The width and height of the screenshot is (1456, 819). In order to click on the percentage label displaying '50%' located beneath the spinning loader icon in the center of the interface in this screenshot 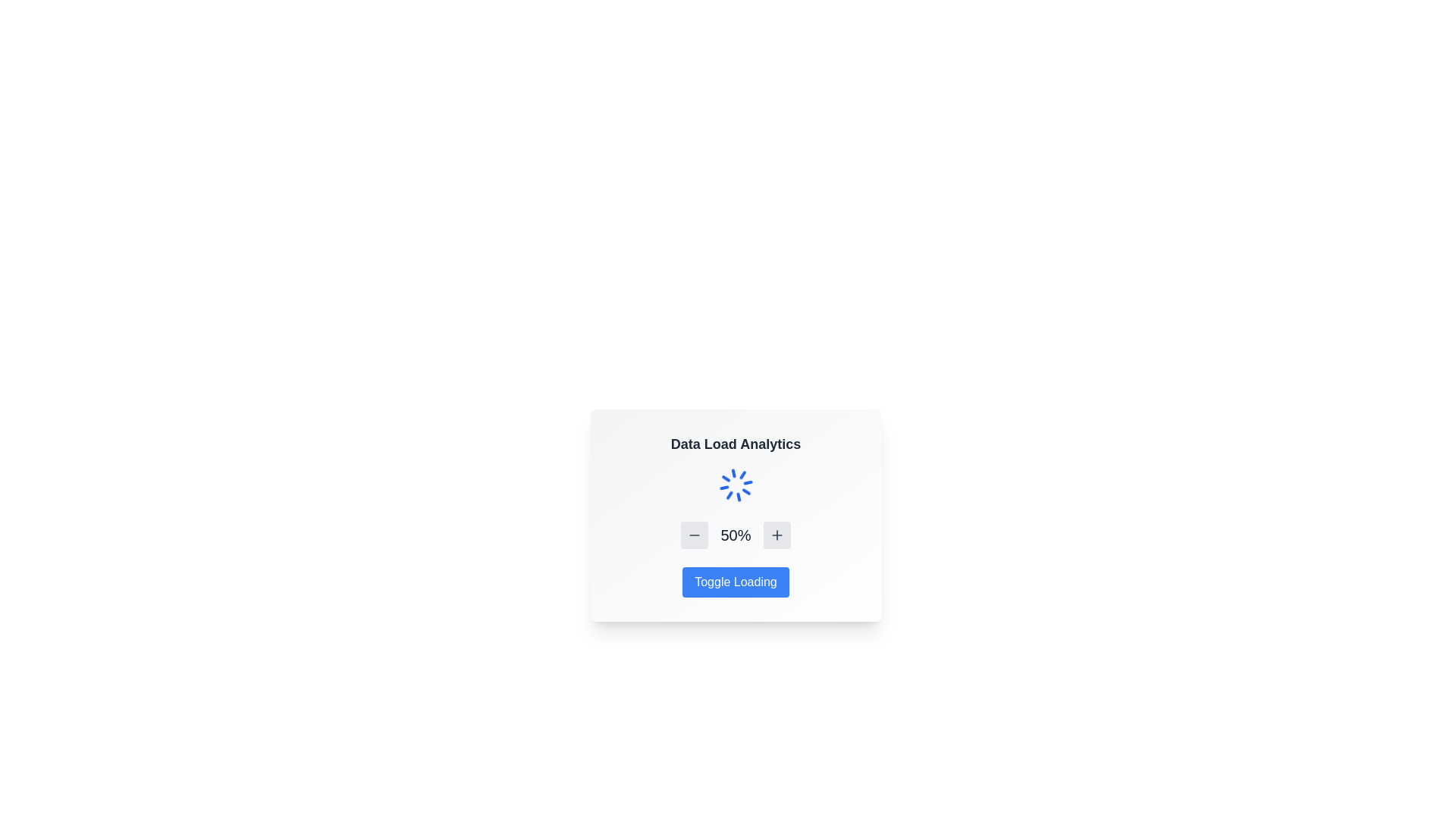, I will do `click(736, 534)`.